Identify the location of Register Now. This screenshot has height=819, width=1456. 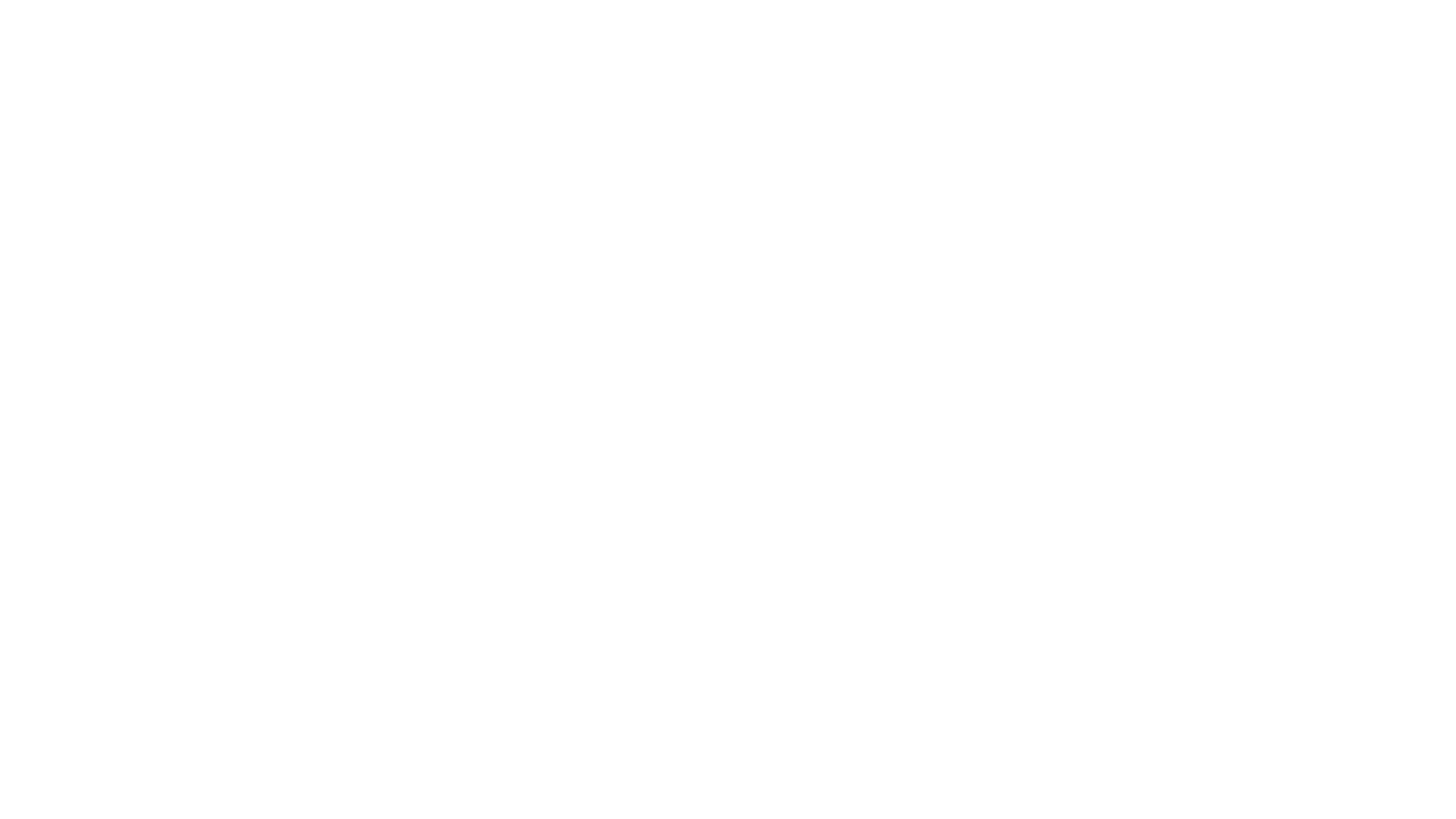
(1019, 640).